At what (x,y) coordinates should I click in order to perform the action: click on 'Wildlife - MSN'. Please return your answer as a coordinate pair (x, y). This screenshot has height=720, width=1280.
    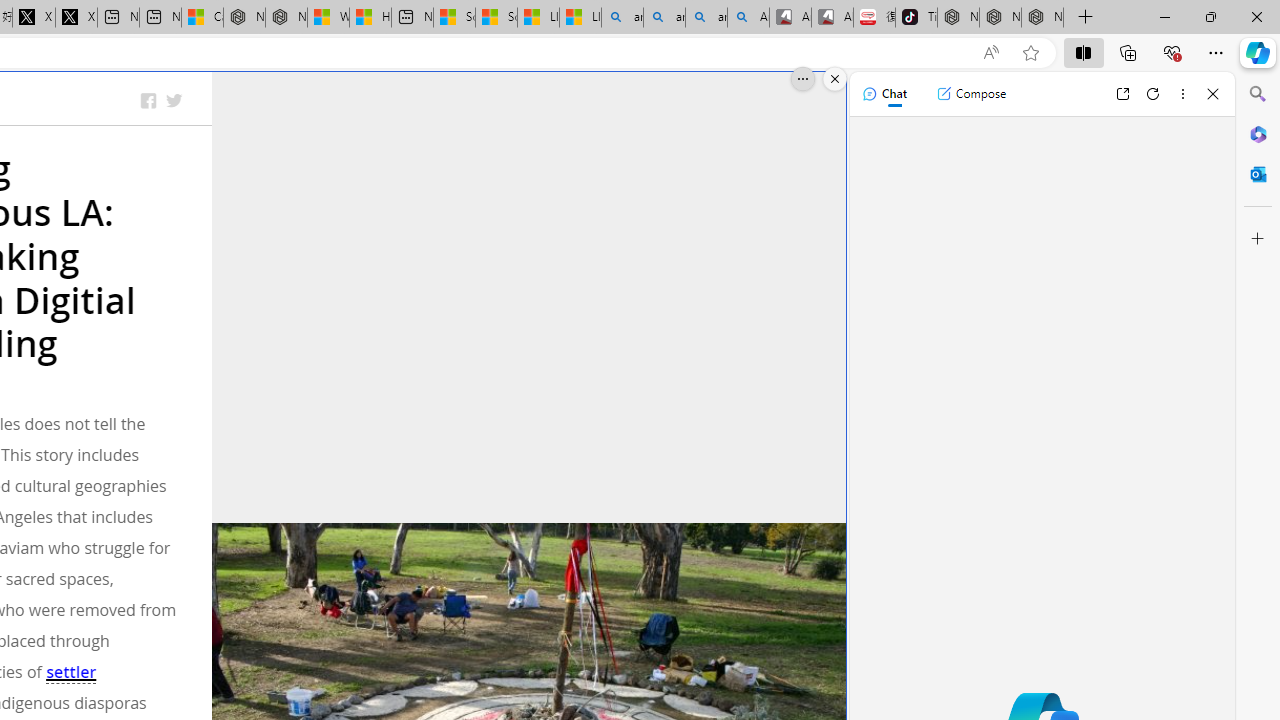
    Looking at the image, I should click on (328, 17).